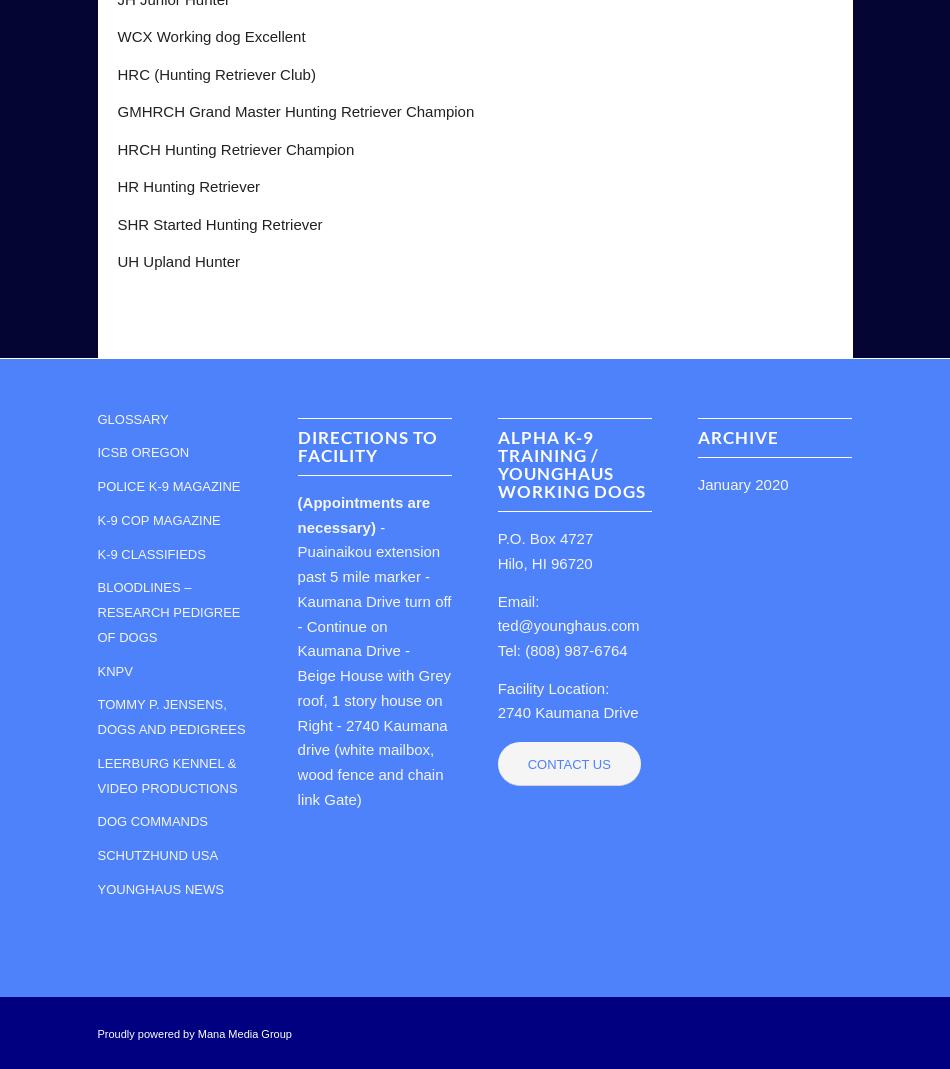 The width and height of the screenshot is (950, 1069). Describe the element at coordinates (235, 148) in the screenshot. I see `'HRCH Hunting Retriever Champion'` at that location.